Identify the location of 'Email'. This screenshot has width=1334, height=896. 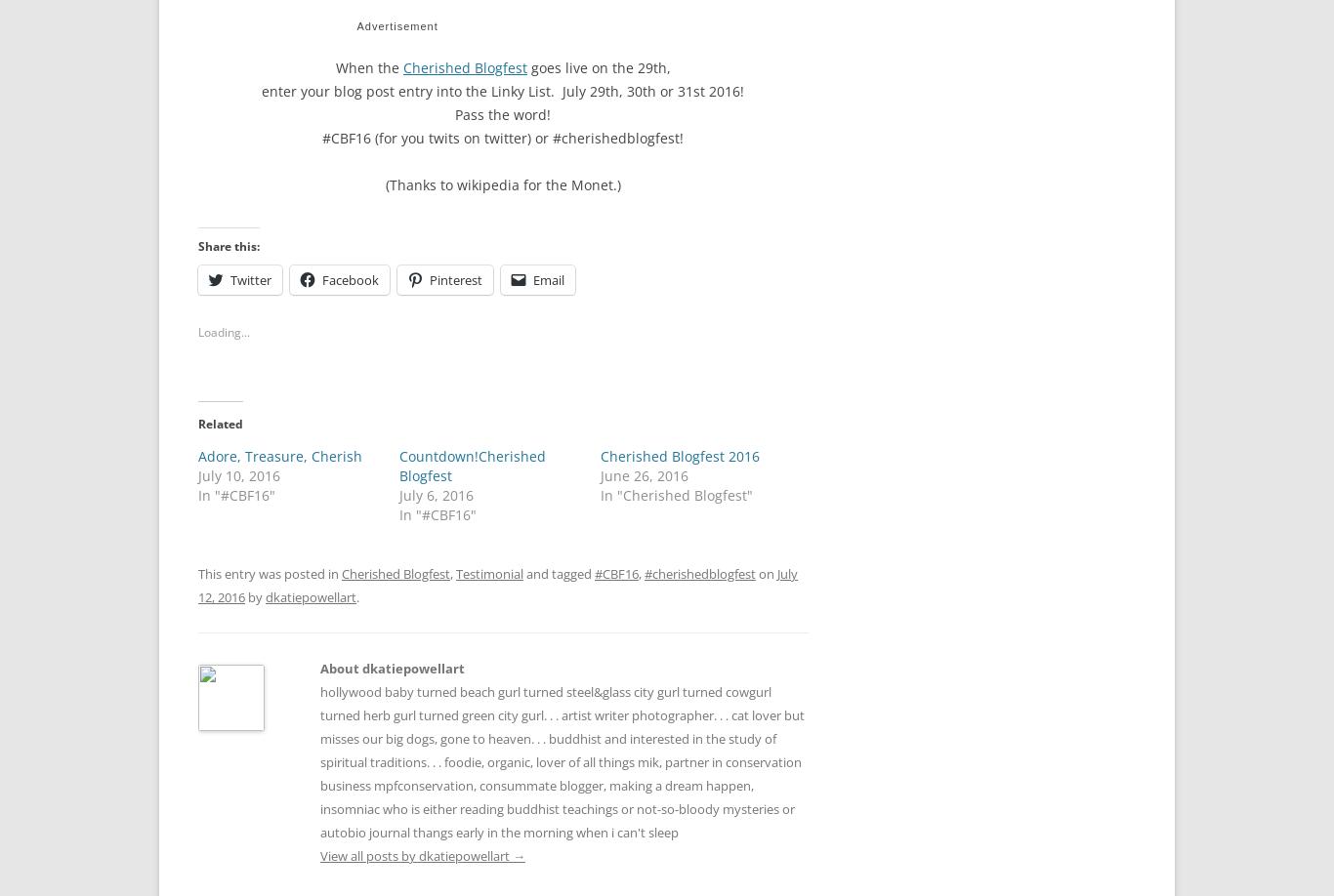
(532, 278).